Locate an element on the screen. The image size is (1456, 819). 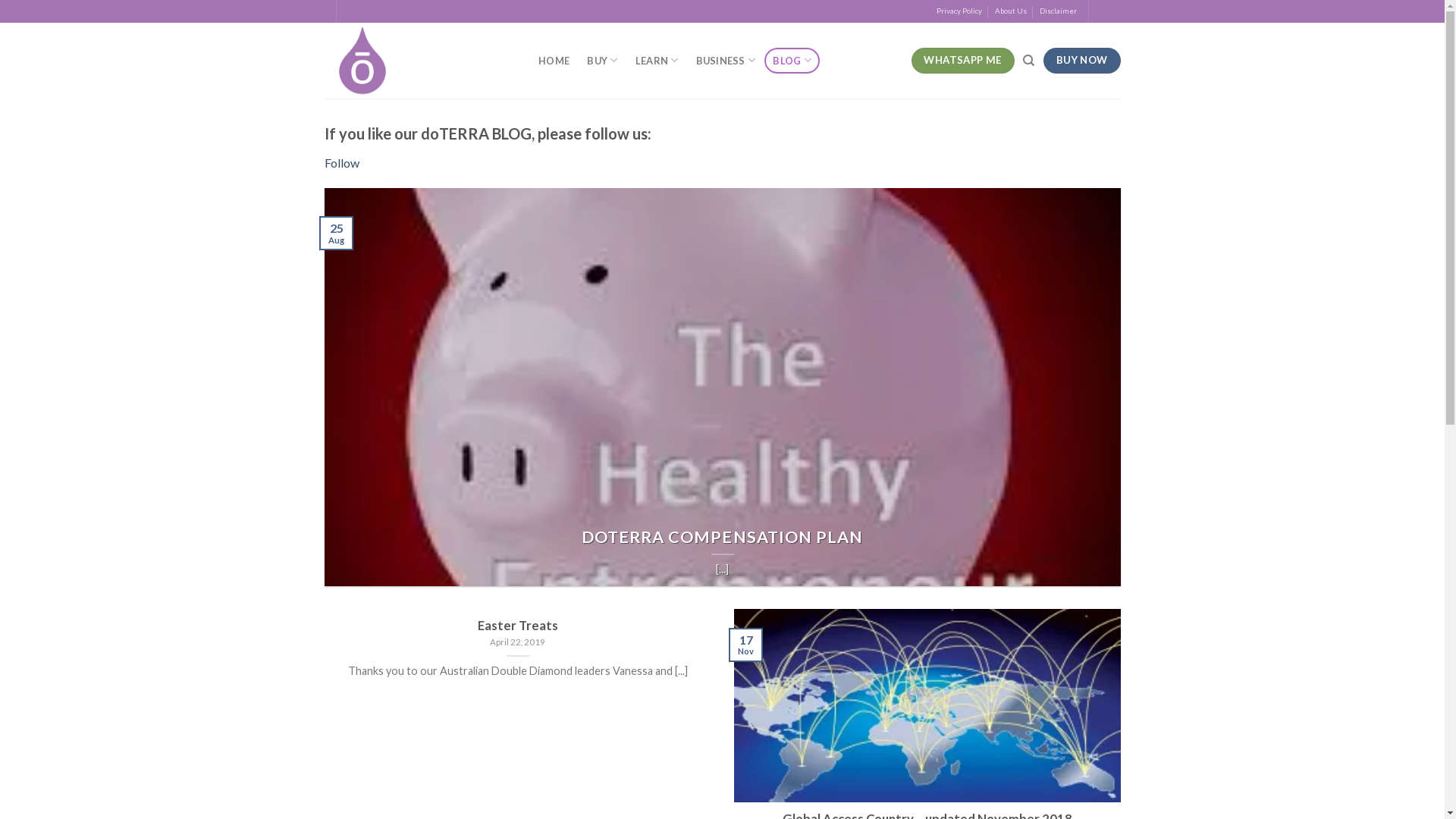
'HOME' is located at coordinates (552, 60).